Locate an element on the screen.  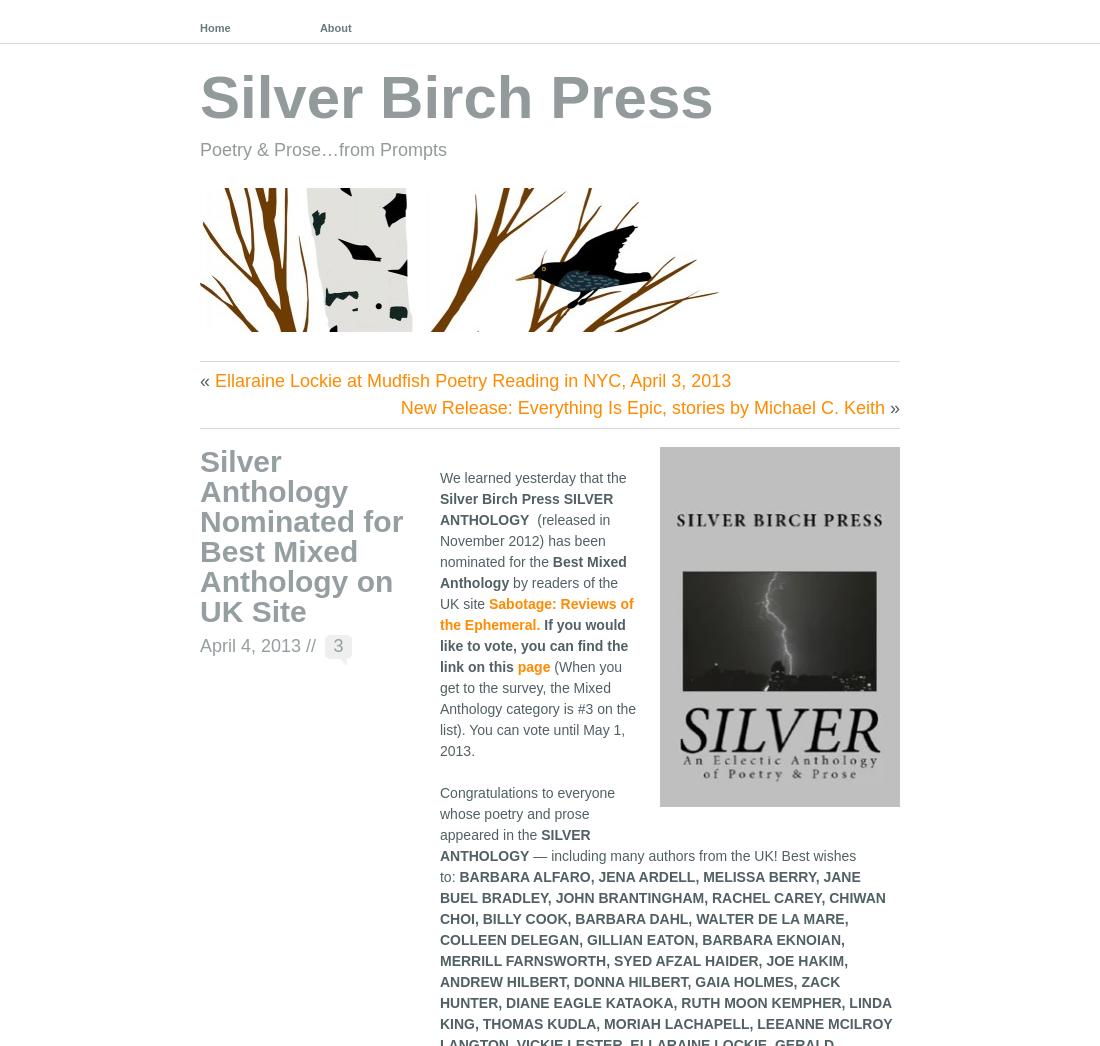
'Congratulations to everyone whose poetry and prose appeared in the' is located at coordinates (527, 812).